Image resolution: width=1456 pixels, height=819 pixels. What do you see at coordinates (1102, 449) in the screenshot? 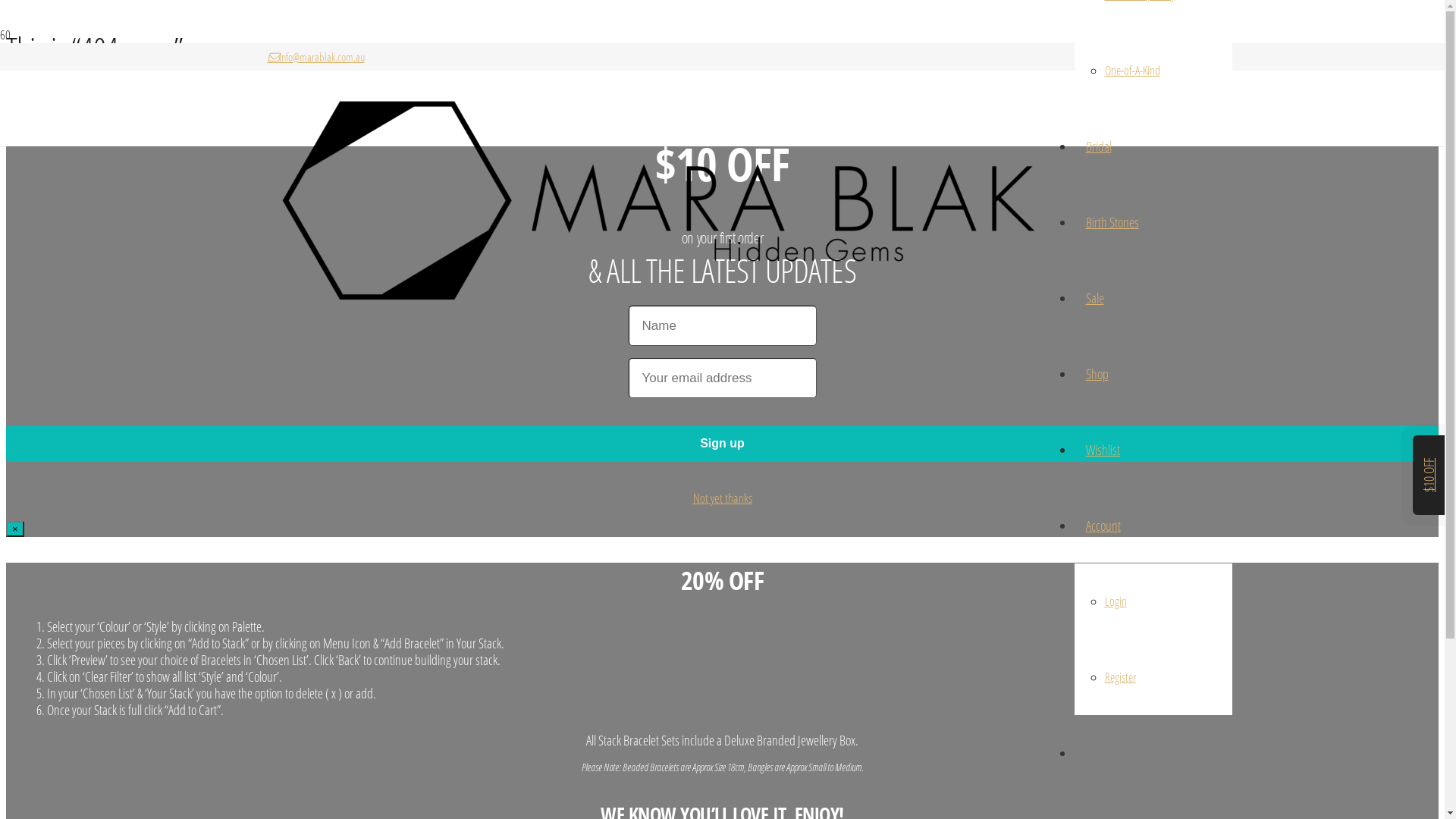
I see `'Wishlist'` at bounding box center [1102, 449].